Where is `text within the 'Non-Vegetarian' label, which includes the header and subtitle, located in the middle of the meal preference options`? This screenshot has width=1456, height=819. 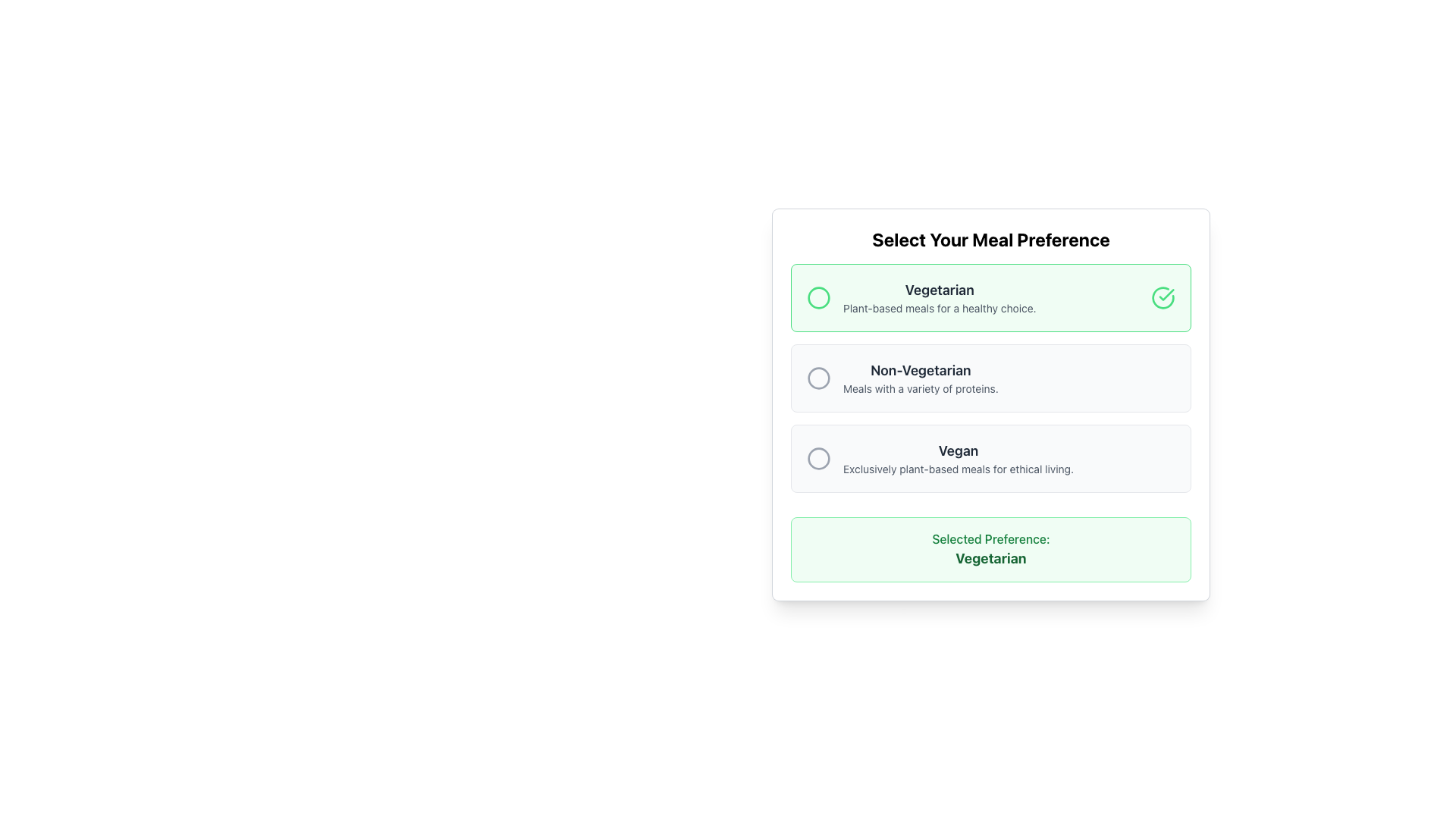 text within the 'Non-Vegetarian' label, which includes the header and subtitle, located in the middle of the meal preference options is located at coordinates (920, 377).